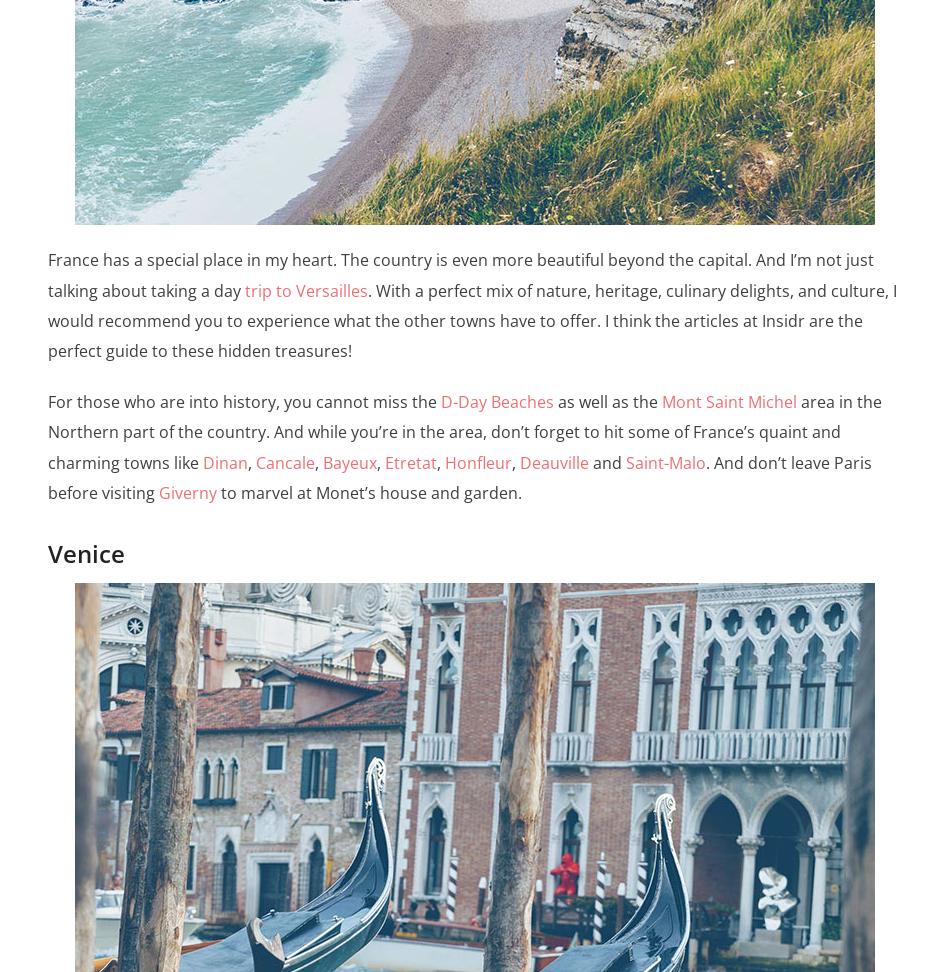 Image resolution: width=950 pixels, height=972 pixels. What do you see at coordinates (346, 460) in the screenshot?
I see `'Bayeux'` at bounding box center [346, 460].